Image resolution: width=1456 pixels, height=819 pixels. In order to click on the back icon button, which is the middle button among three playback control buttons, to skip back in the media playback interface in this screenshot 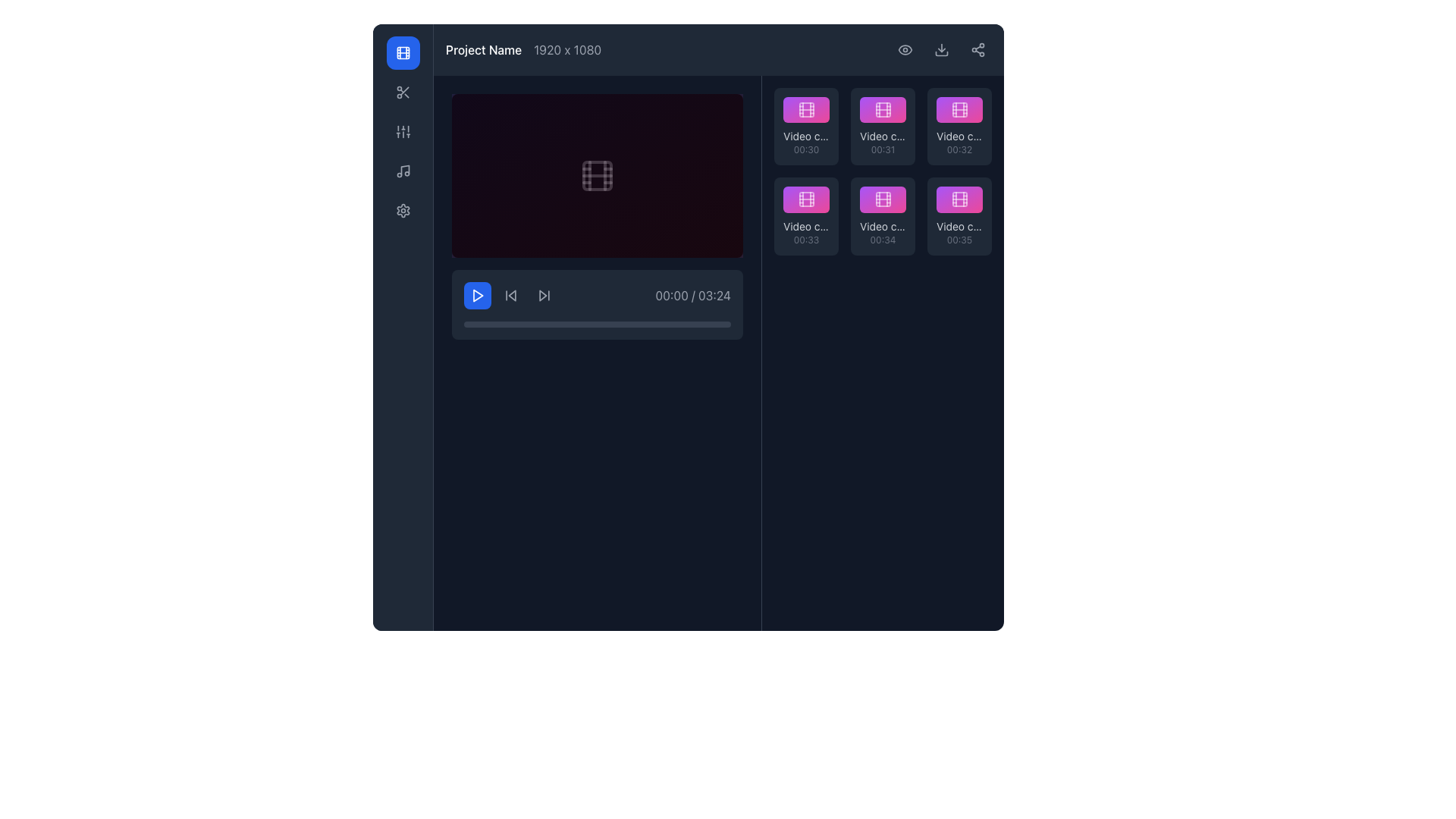, I will do `click(510, 295)`.